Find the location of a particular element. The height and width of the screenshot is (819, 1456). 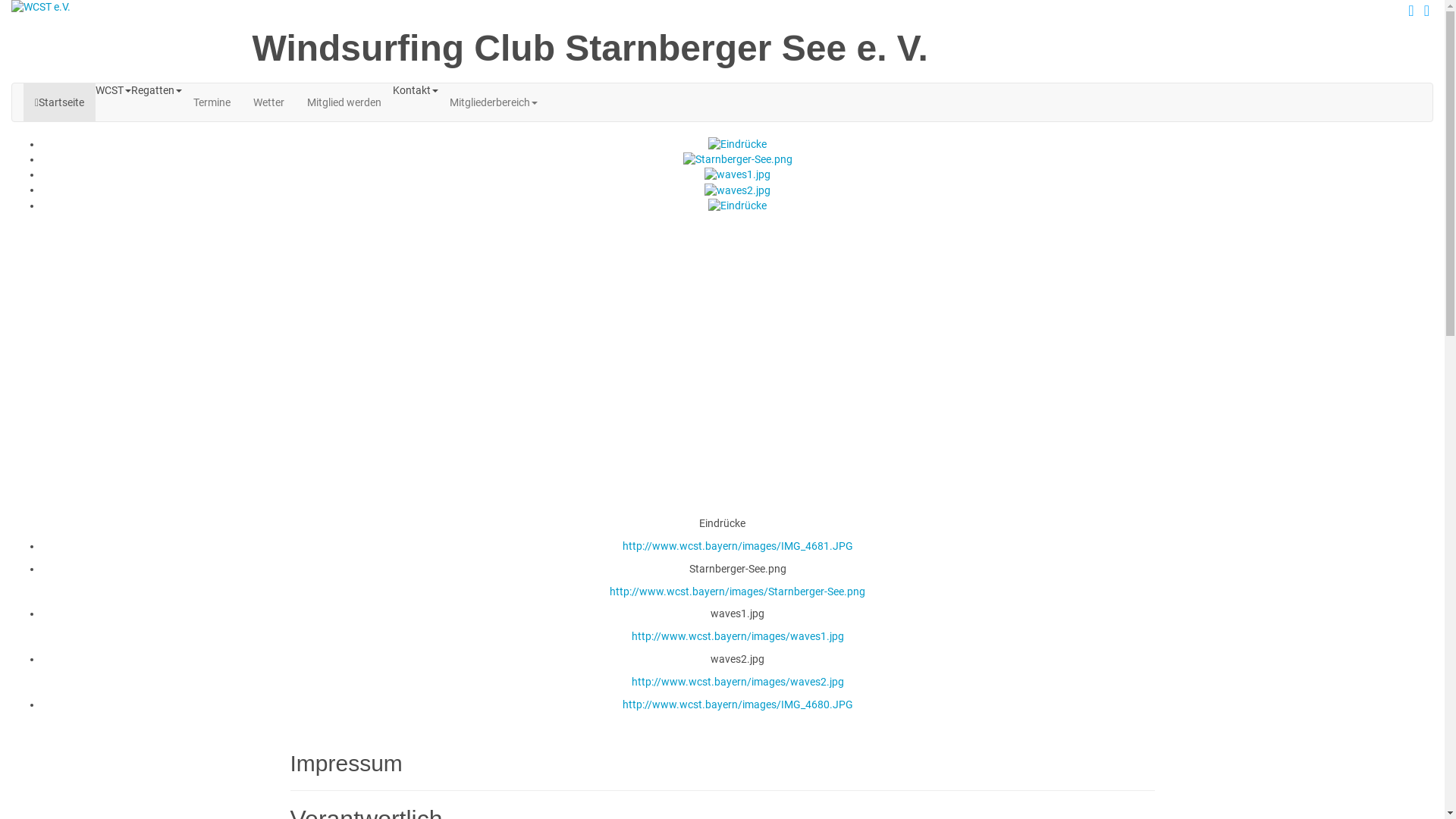

'Mitglied werden' is located at coordinates (344, 102).